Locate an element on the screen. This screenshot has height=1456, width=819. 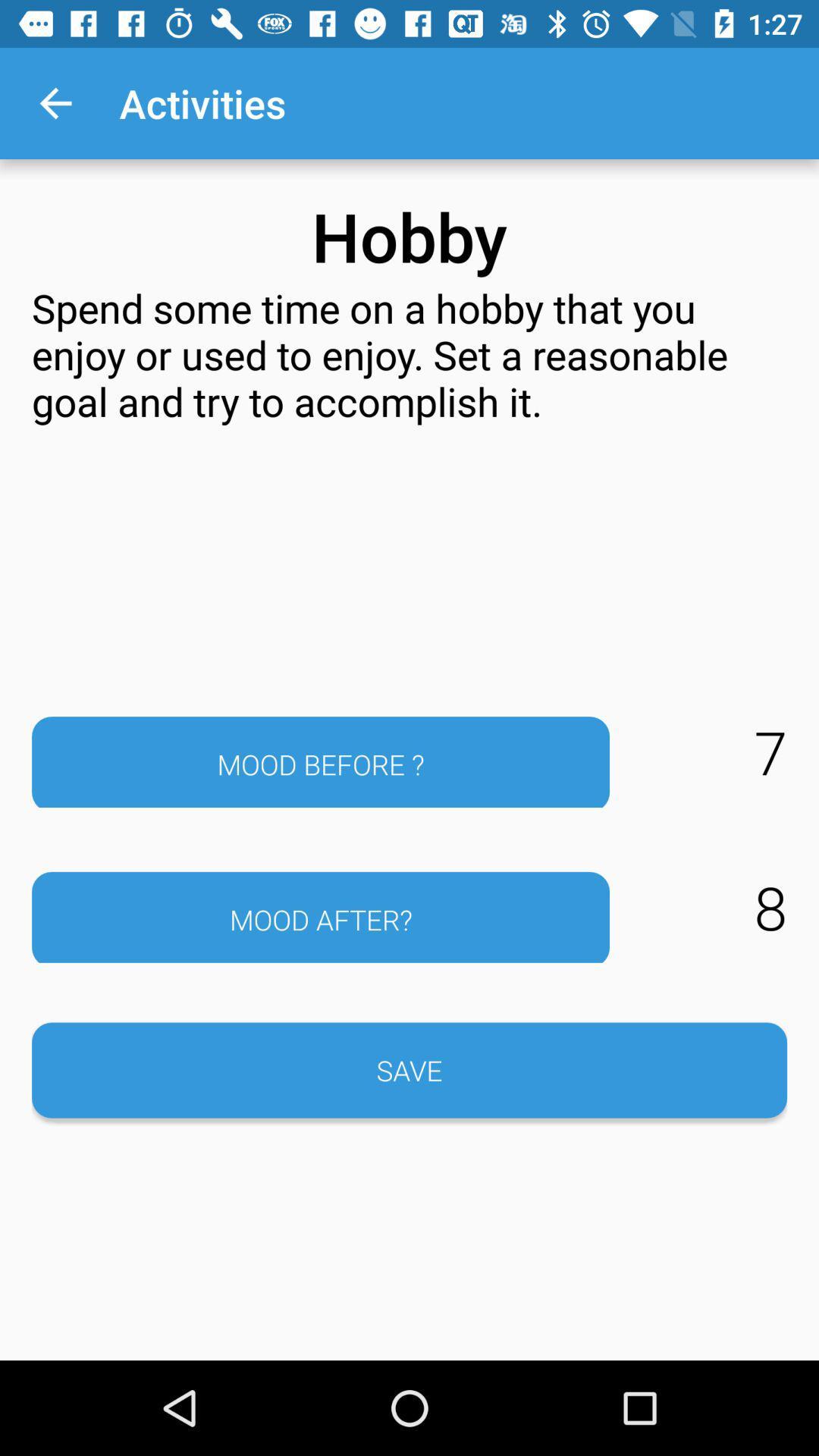
button below the mood after? is located at coordinates (409, 1069).